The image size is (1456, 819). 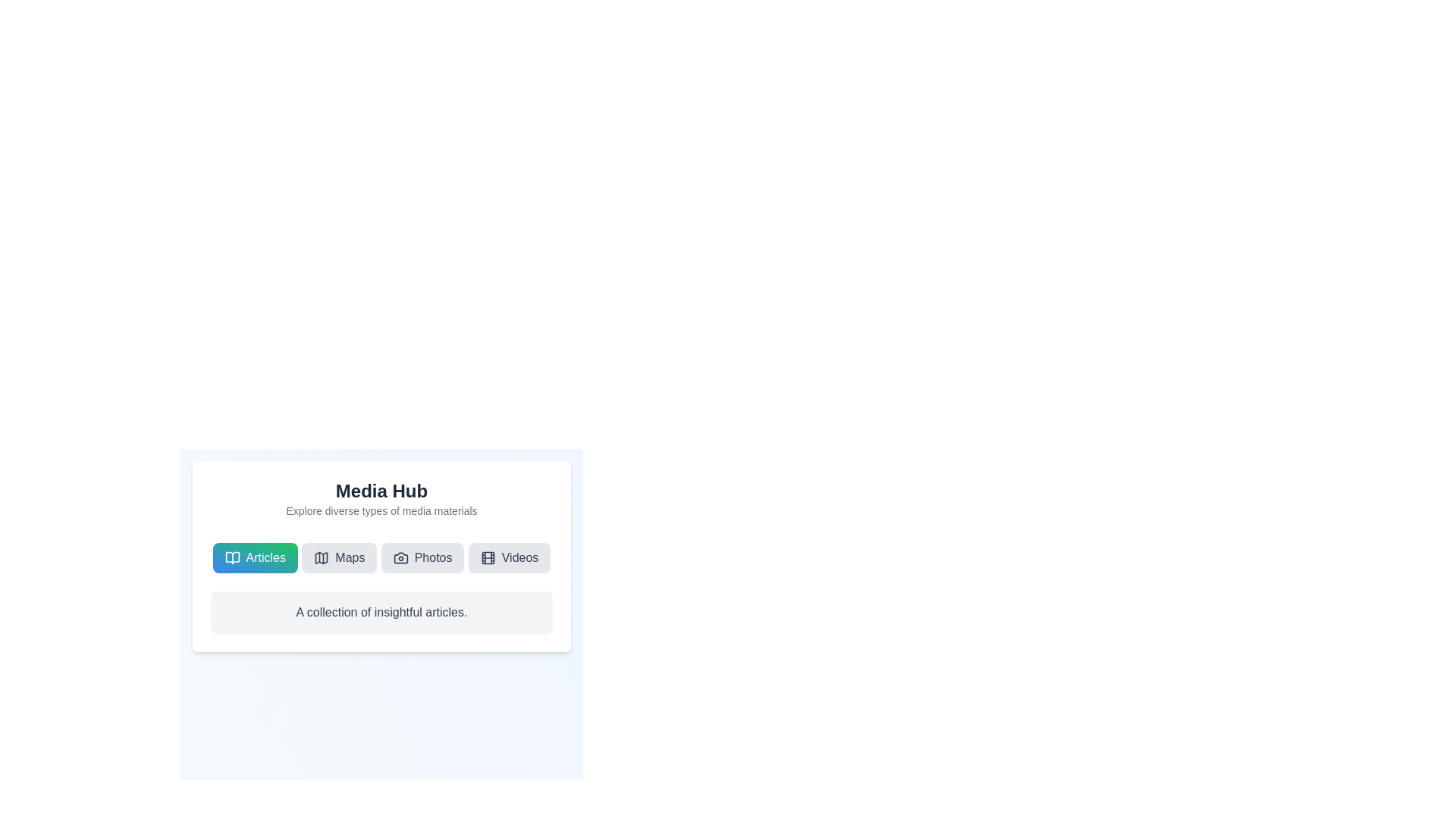 I want to click on the camera icon representing the 'Photos' option, so click(x=400, y=558).